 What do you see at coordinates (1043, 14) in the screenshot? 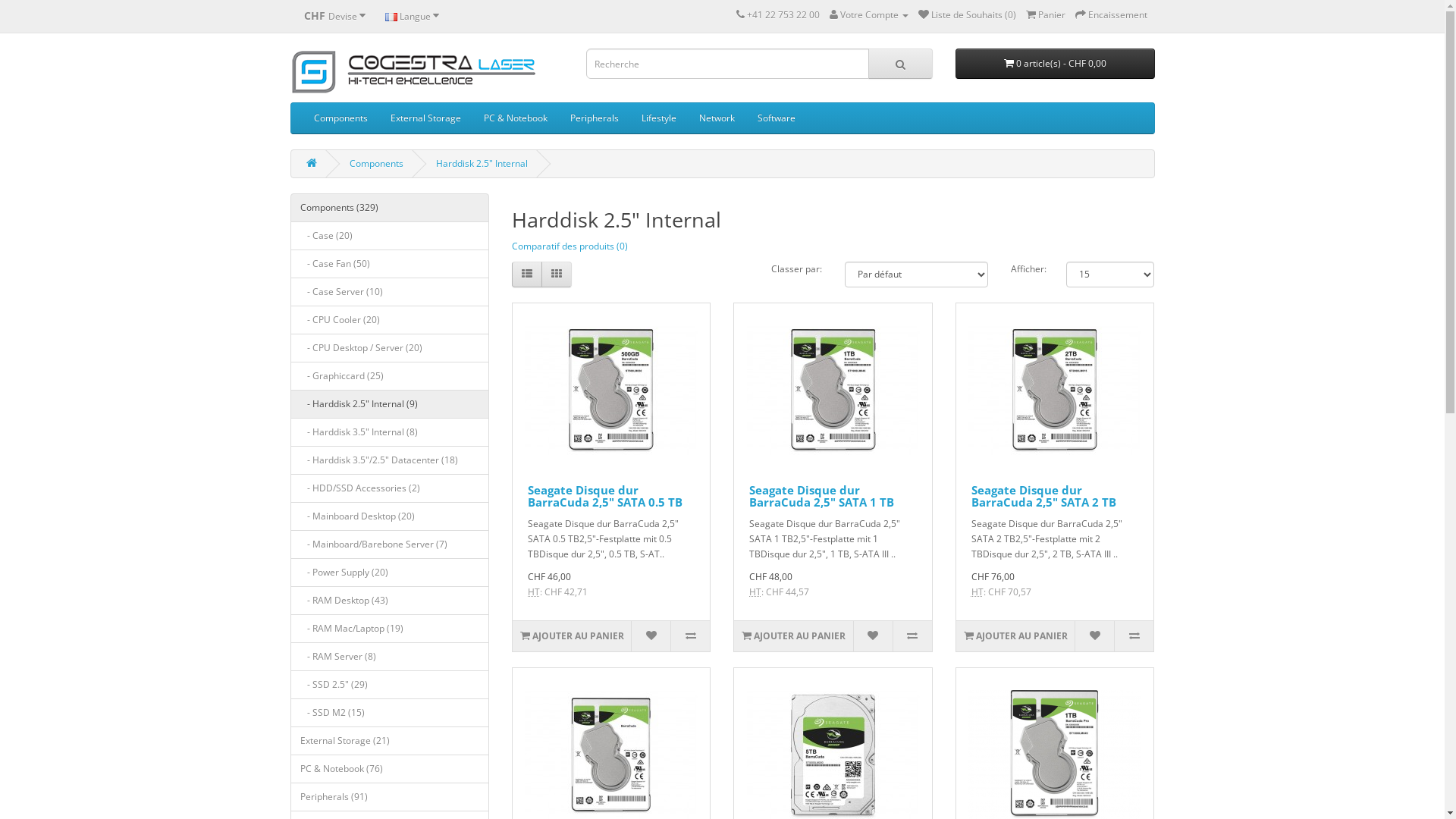
I see `'Panier'` at bounding box center [1043, 14].